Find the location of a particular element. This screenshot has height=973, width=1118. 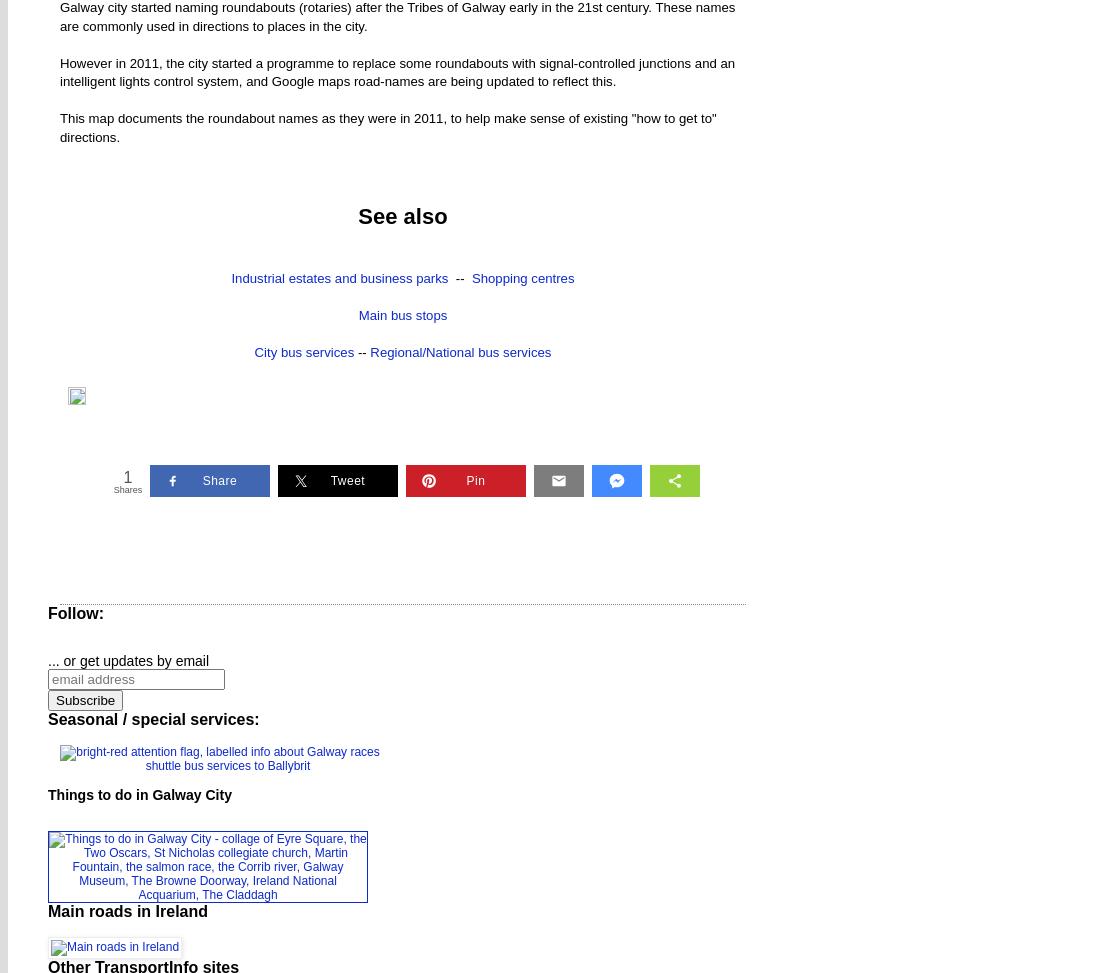

'Main roads in Ireland' is located at coordinates (47, 909).